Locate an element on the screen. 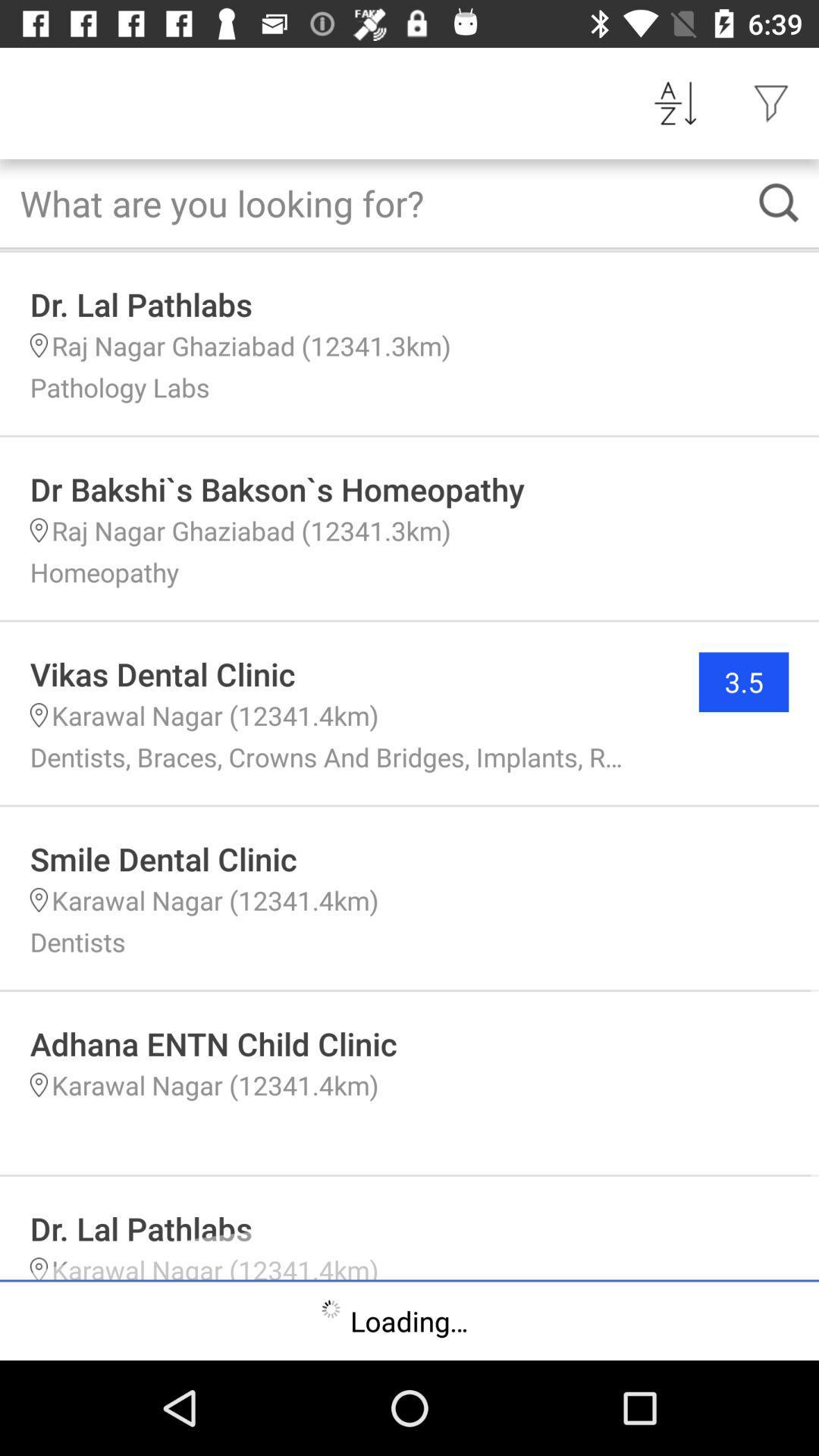 The height and width of the screenshot is (1456, 819). the search icon is located at coordinates (779, 202).